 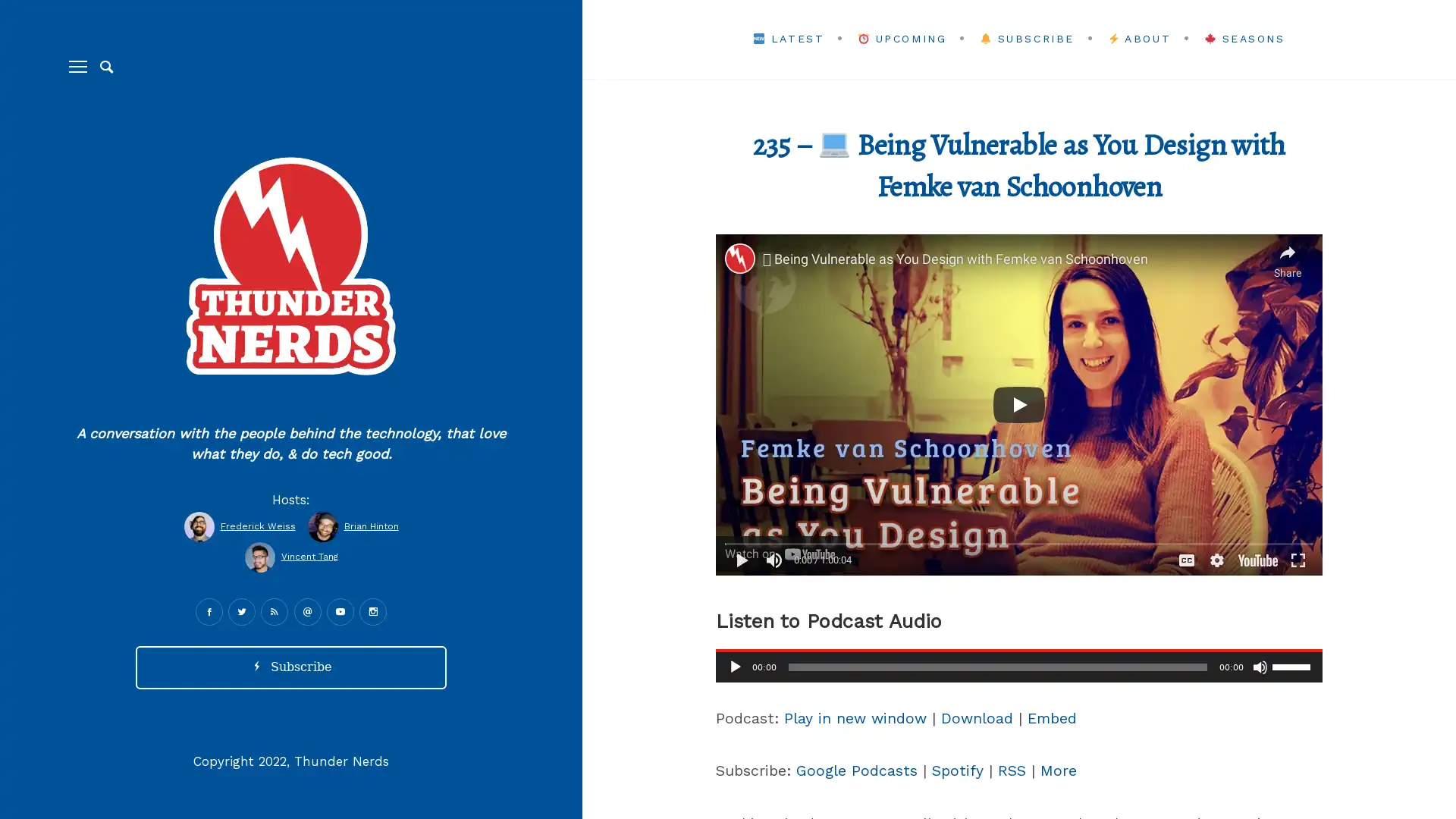 What do you see at coordinates (735, 666) in the screenshot?
I see `Play` at bounding box center [735, 666].